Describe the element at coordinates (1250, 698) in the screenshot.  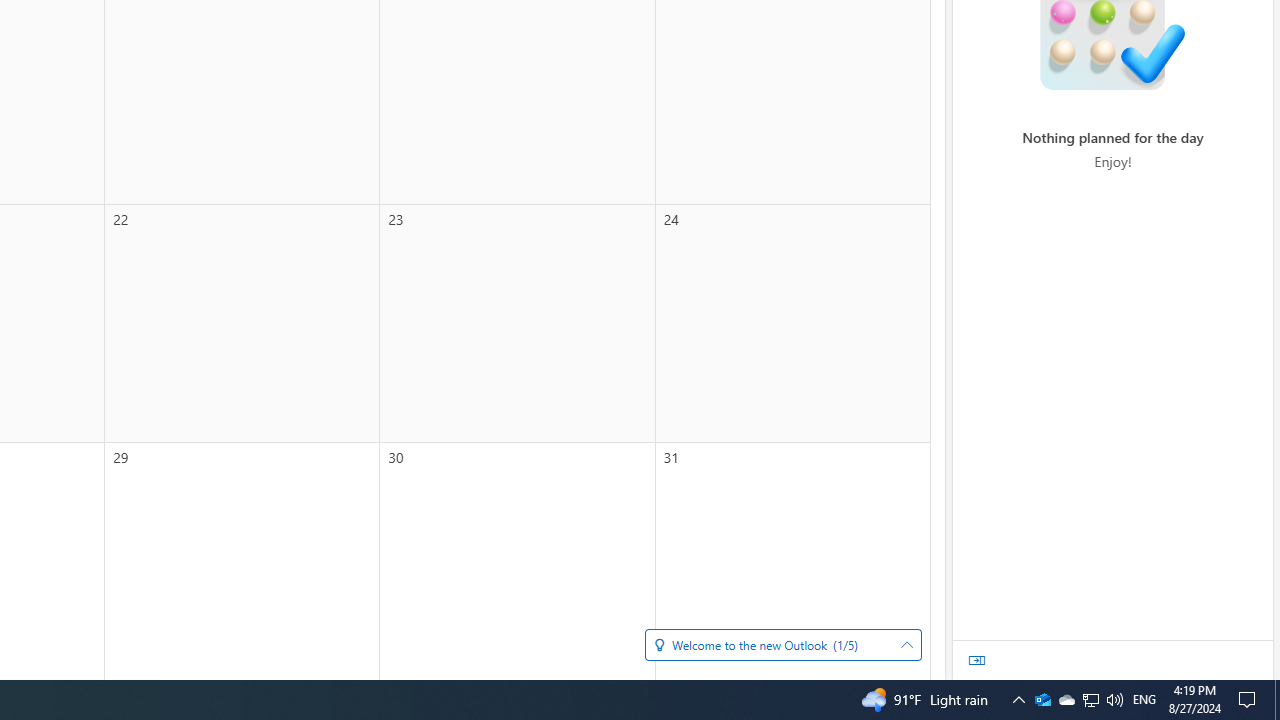
I see `'Show desktop'` at that location.